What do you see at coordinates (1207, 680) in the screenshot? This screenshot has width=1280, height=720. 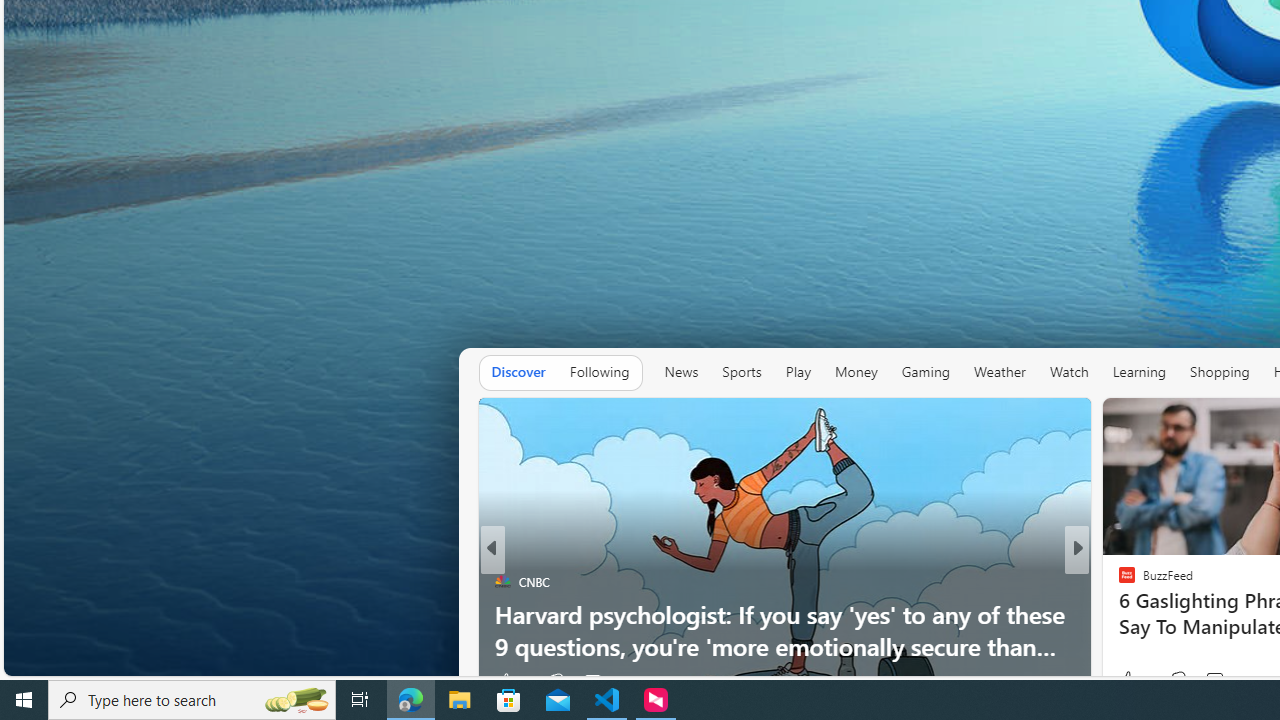 I see `'View comments 274 Comment'` at bounding box center [1207, 680].